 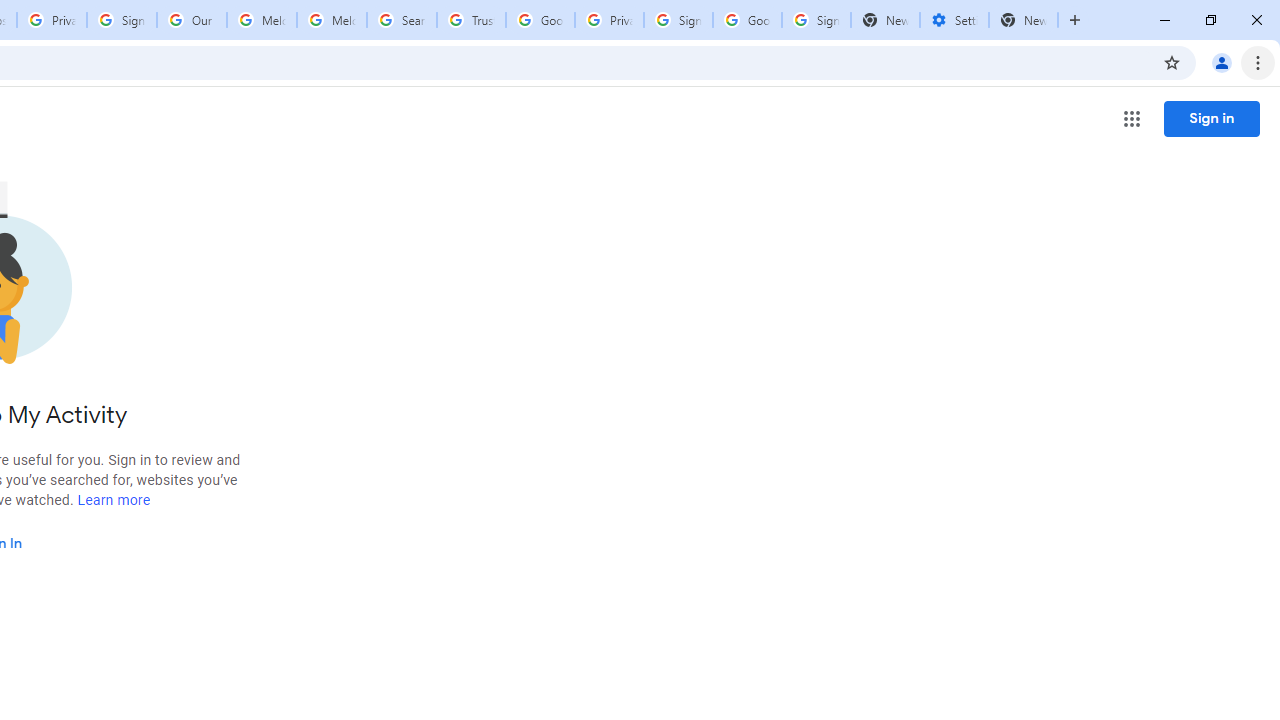 What do you see at coordinates (953, 20) in the screenshot?
I see `'Settings - Addresses and more'` at bounding box center [953, 20].